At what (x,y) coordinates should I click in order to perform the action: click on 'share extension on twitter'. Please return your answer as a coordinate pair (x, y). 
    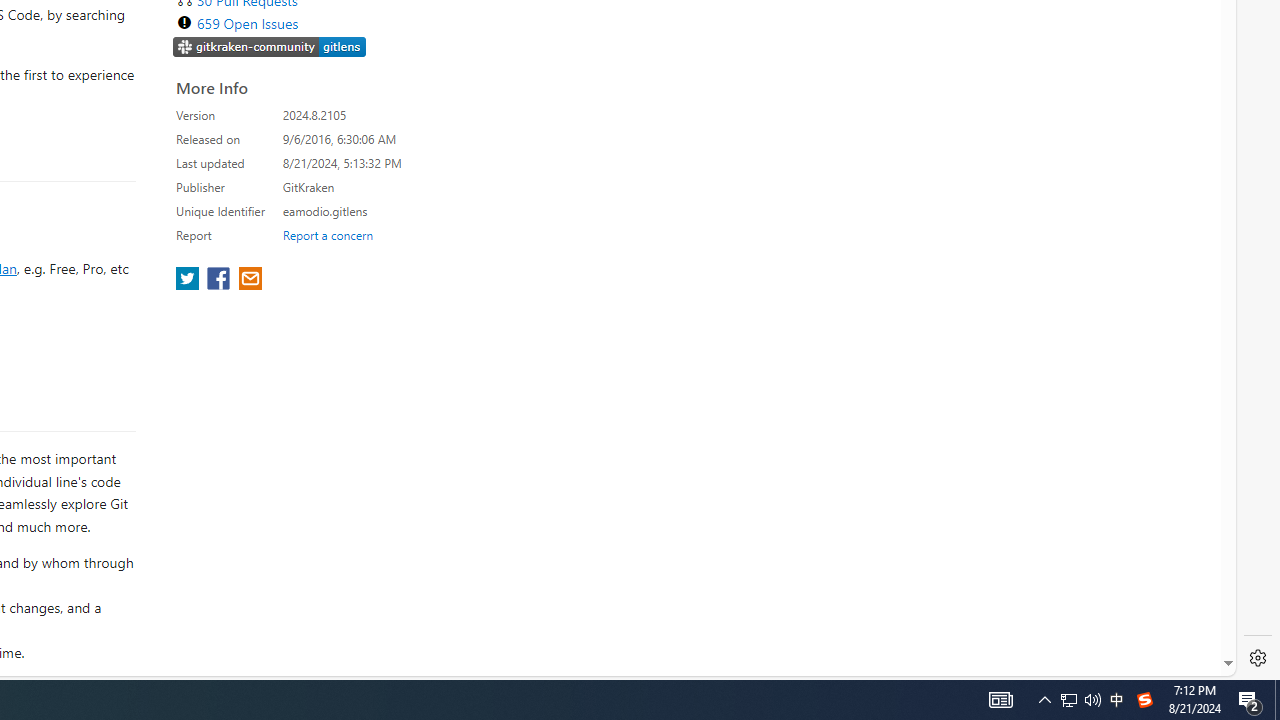
    Looking at the image, I should click on (190, 280).